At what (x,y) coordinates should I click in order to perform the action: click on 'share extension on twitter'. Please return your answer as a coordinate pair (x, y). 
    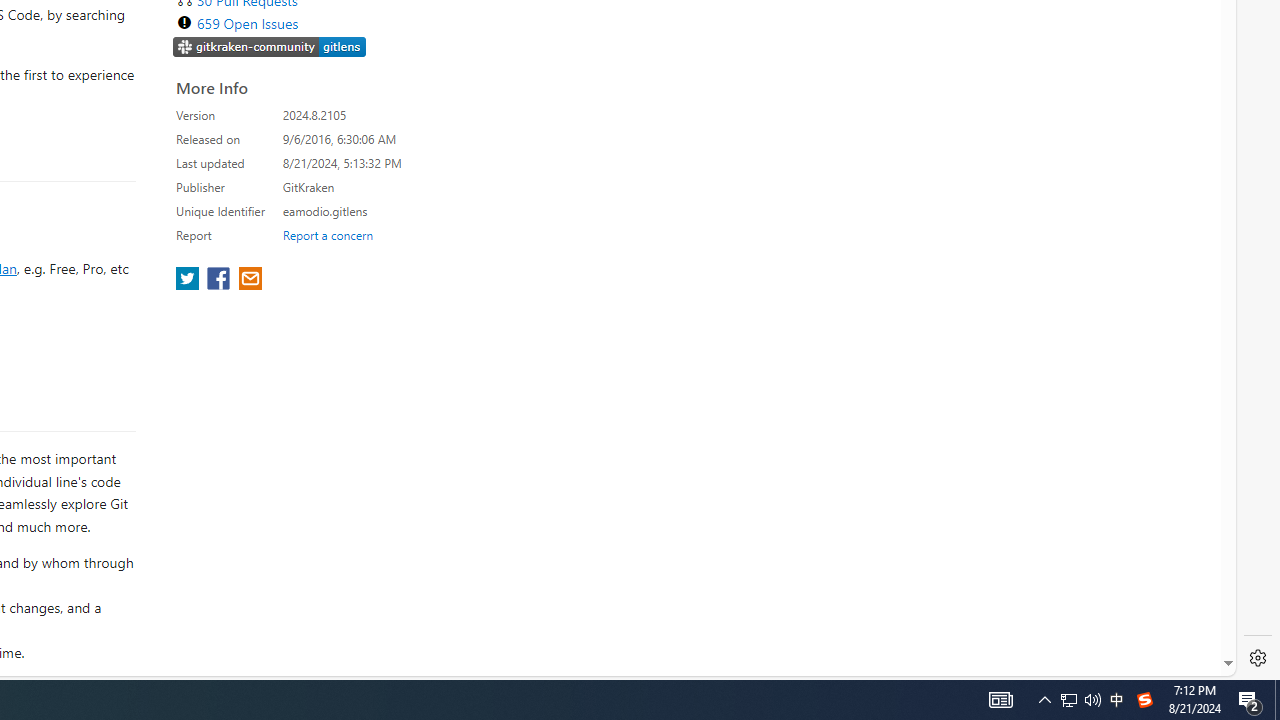
    Looking at the image, I should click on (190, 280).